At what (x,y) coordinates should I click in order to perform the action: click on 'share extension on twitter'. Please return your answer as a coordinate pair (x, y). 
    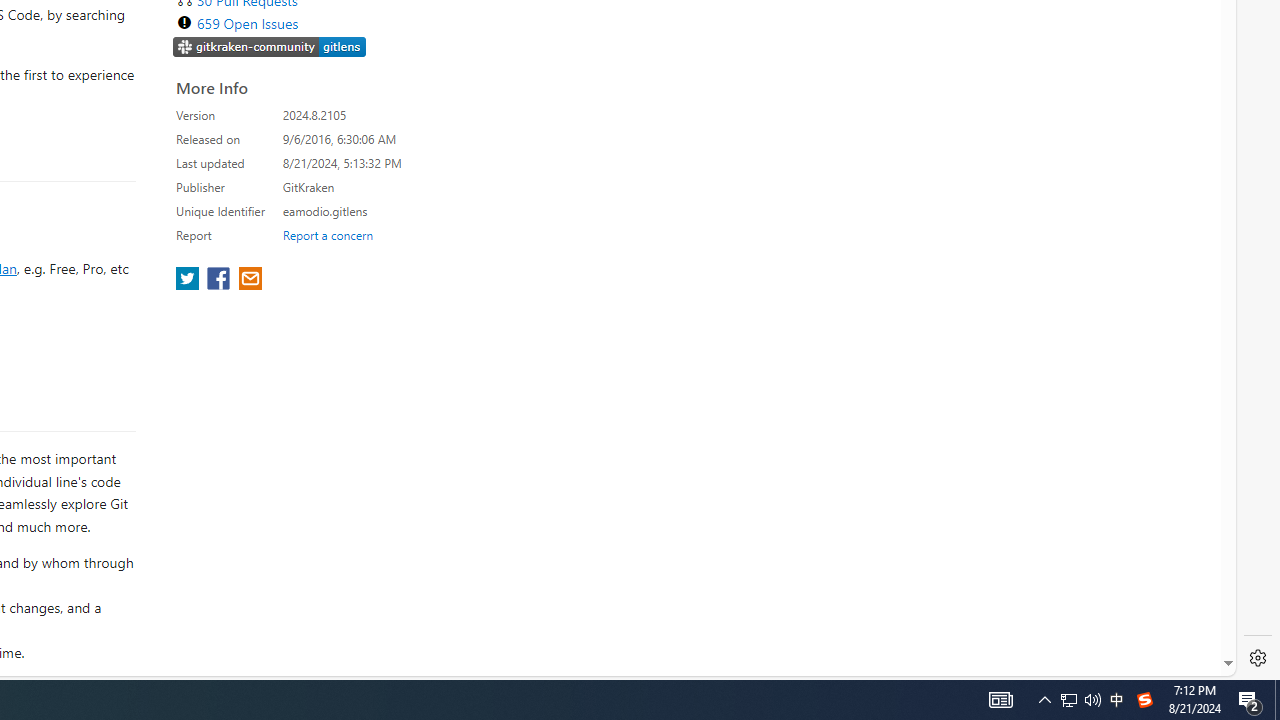
    Looking at the image, I should click on (190, 280).